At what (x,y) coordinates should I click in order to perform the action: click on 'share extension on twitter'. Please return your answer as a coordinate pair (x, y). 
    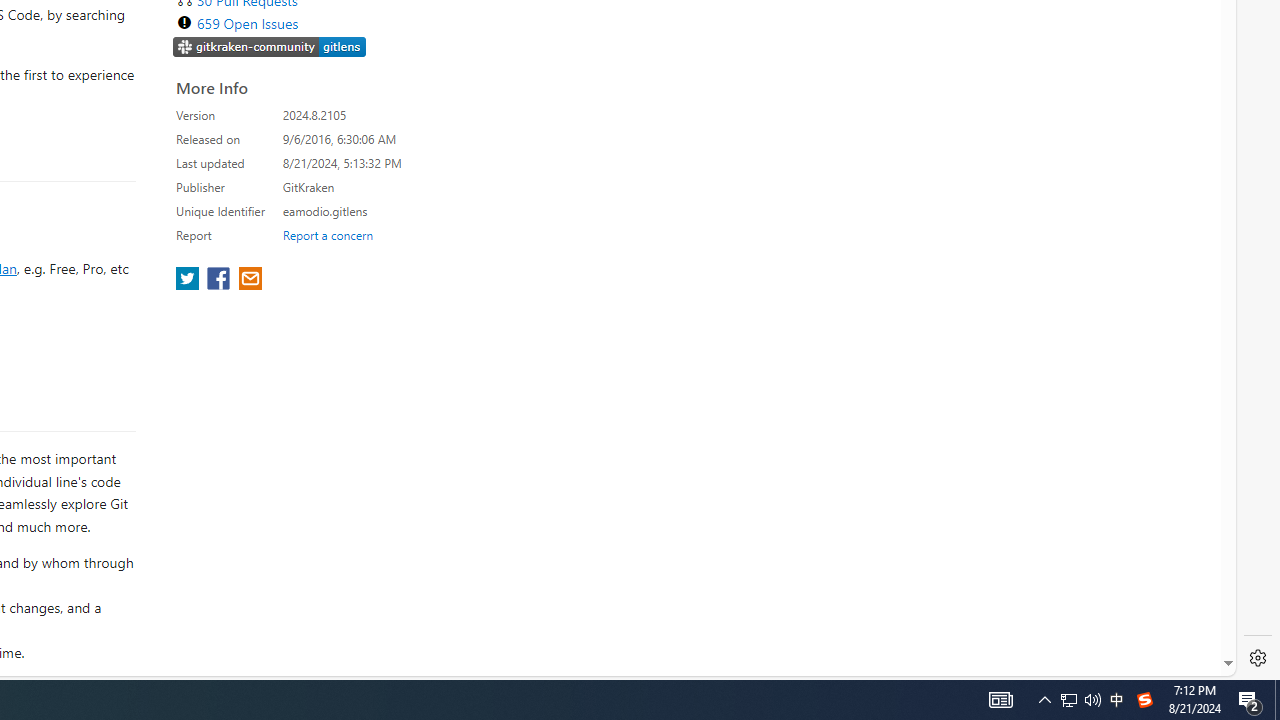
    Looking at the image, I should click on (190, 280).